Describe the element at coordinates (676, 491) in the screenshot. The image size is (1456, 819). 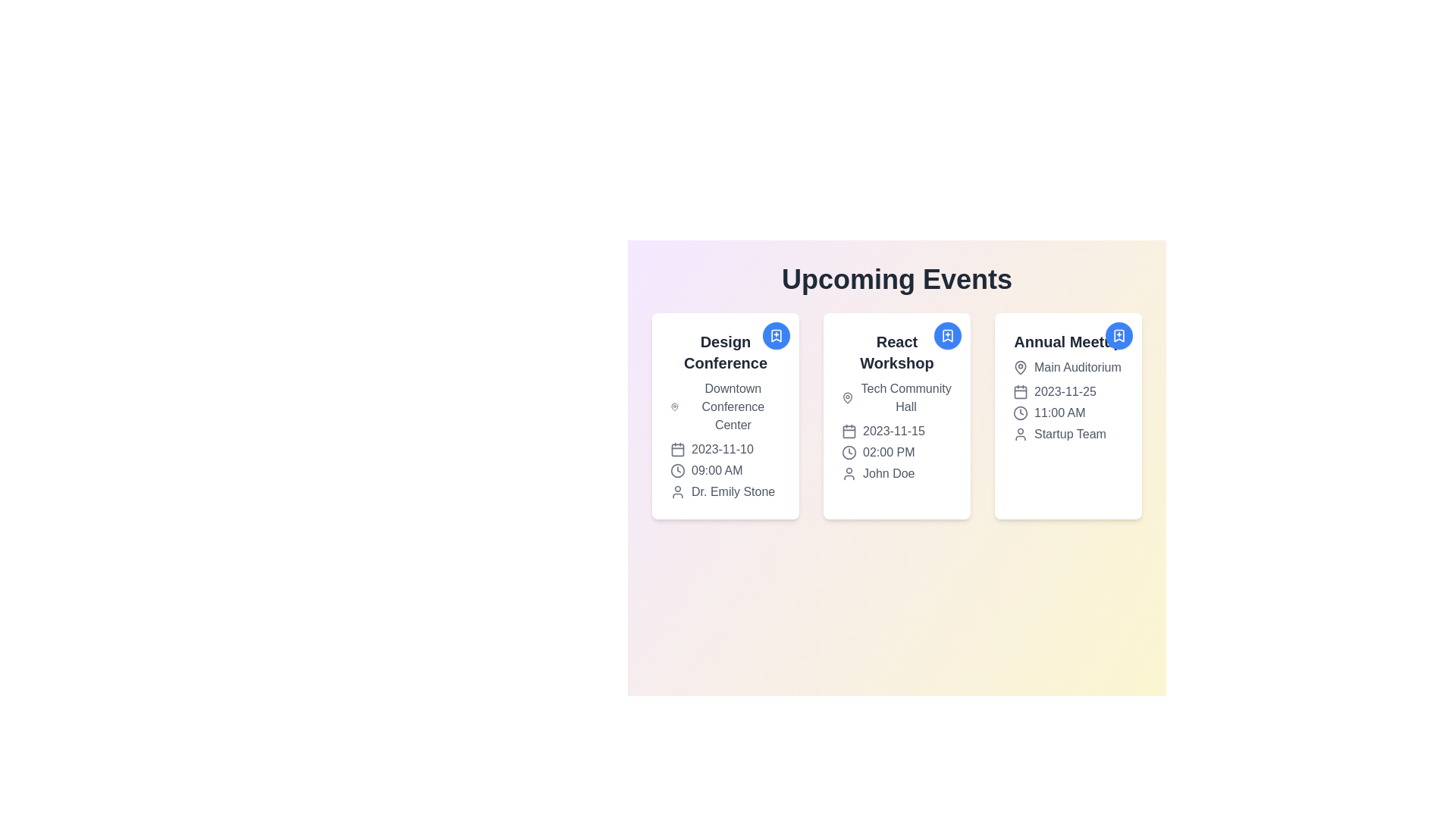
I see `the graphic icon representing Dr. Emily Stone's profile, located to the left of the text within the Design Conference event section` at that location.